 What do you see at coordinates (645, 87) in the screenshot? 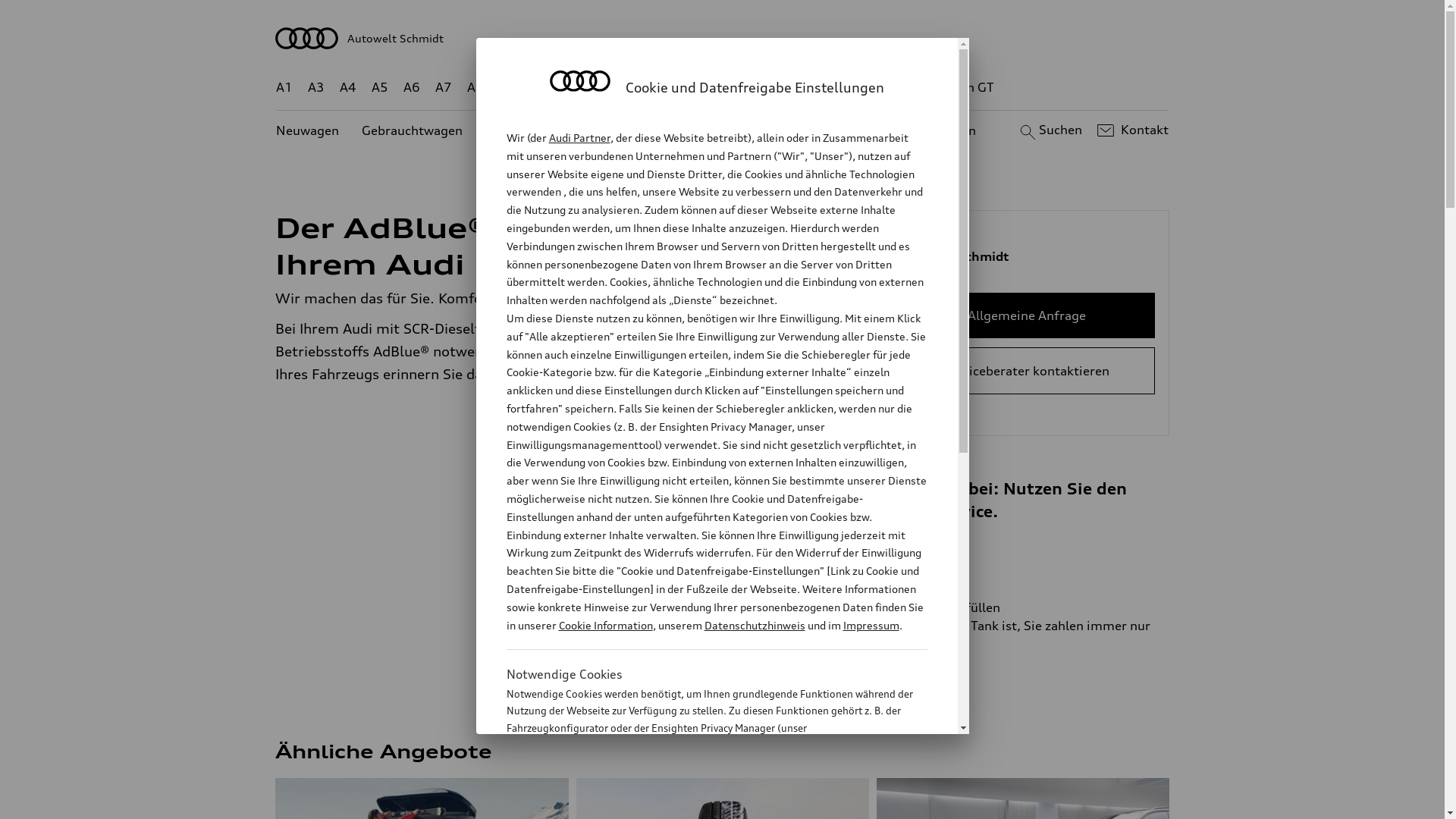
I see `'Q5'` at bounding box center [645, 87].